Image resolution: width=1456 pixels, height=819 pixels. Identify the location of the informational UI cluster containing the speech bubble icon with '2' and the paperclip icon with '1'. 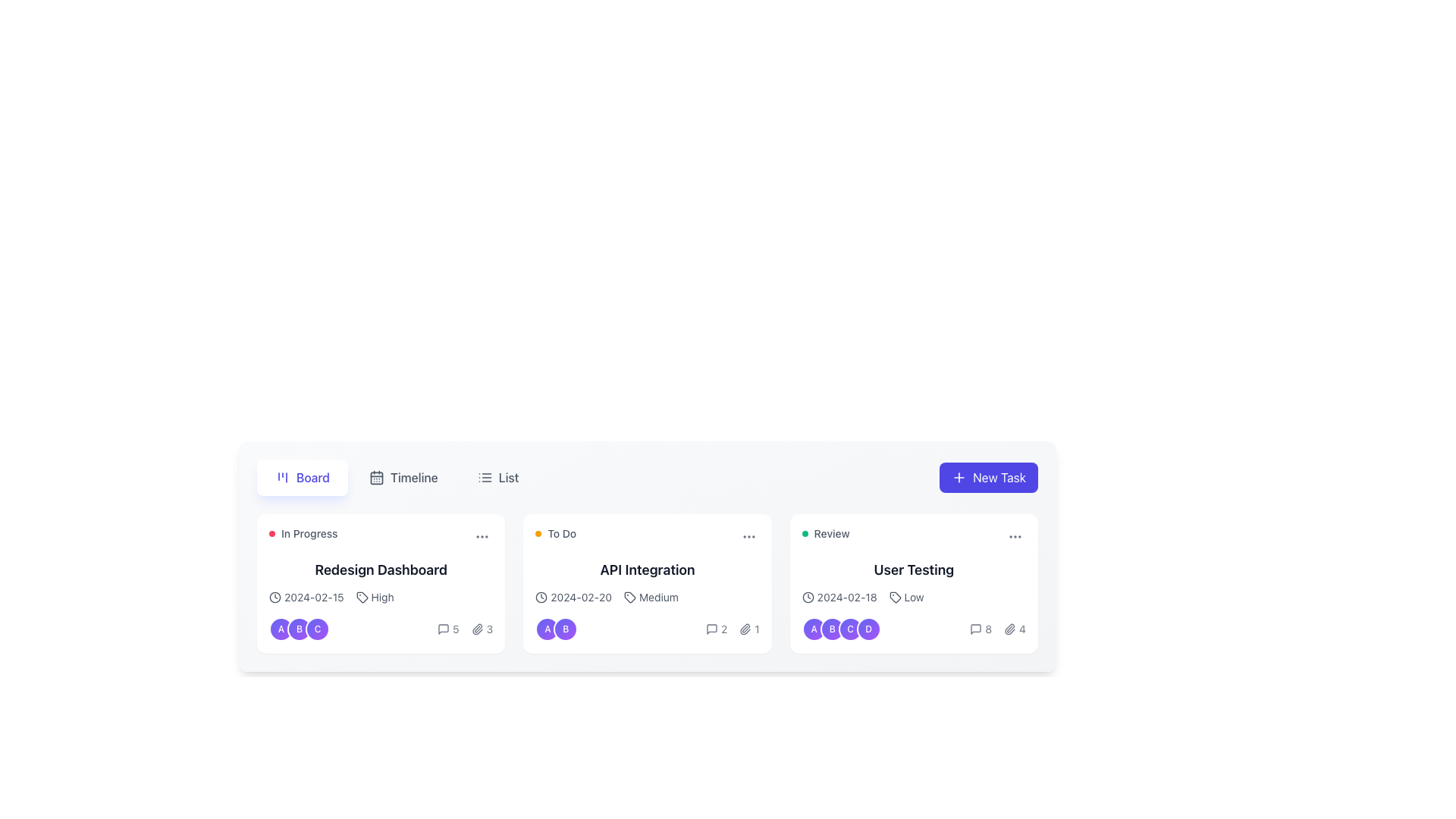
(733, 629).